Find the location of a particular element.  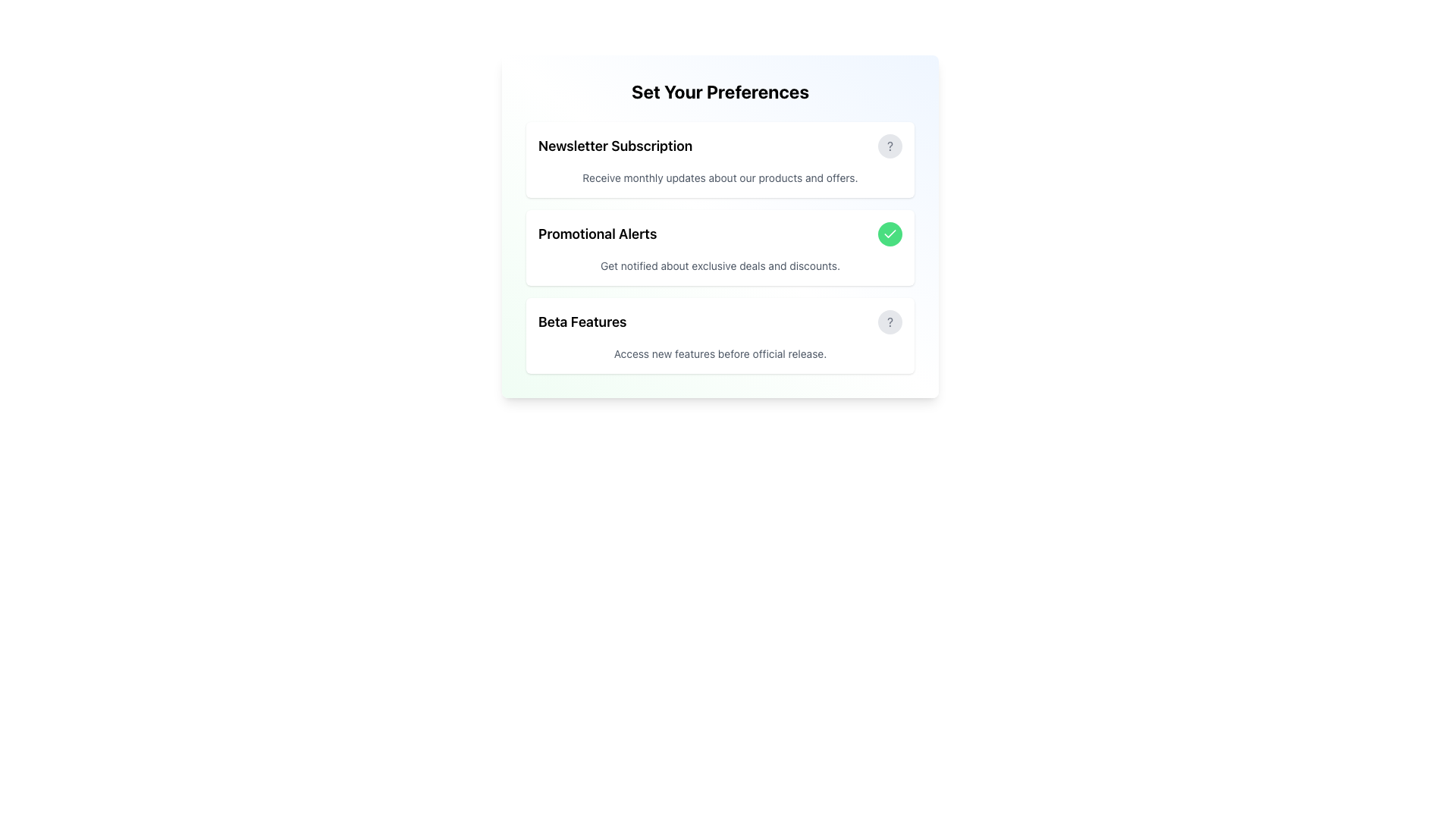

the checkmark icon indicating confirmation for 'Promotional Alerts' located to the right of the text in the settings interface is located at coordinates (890, 234).